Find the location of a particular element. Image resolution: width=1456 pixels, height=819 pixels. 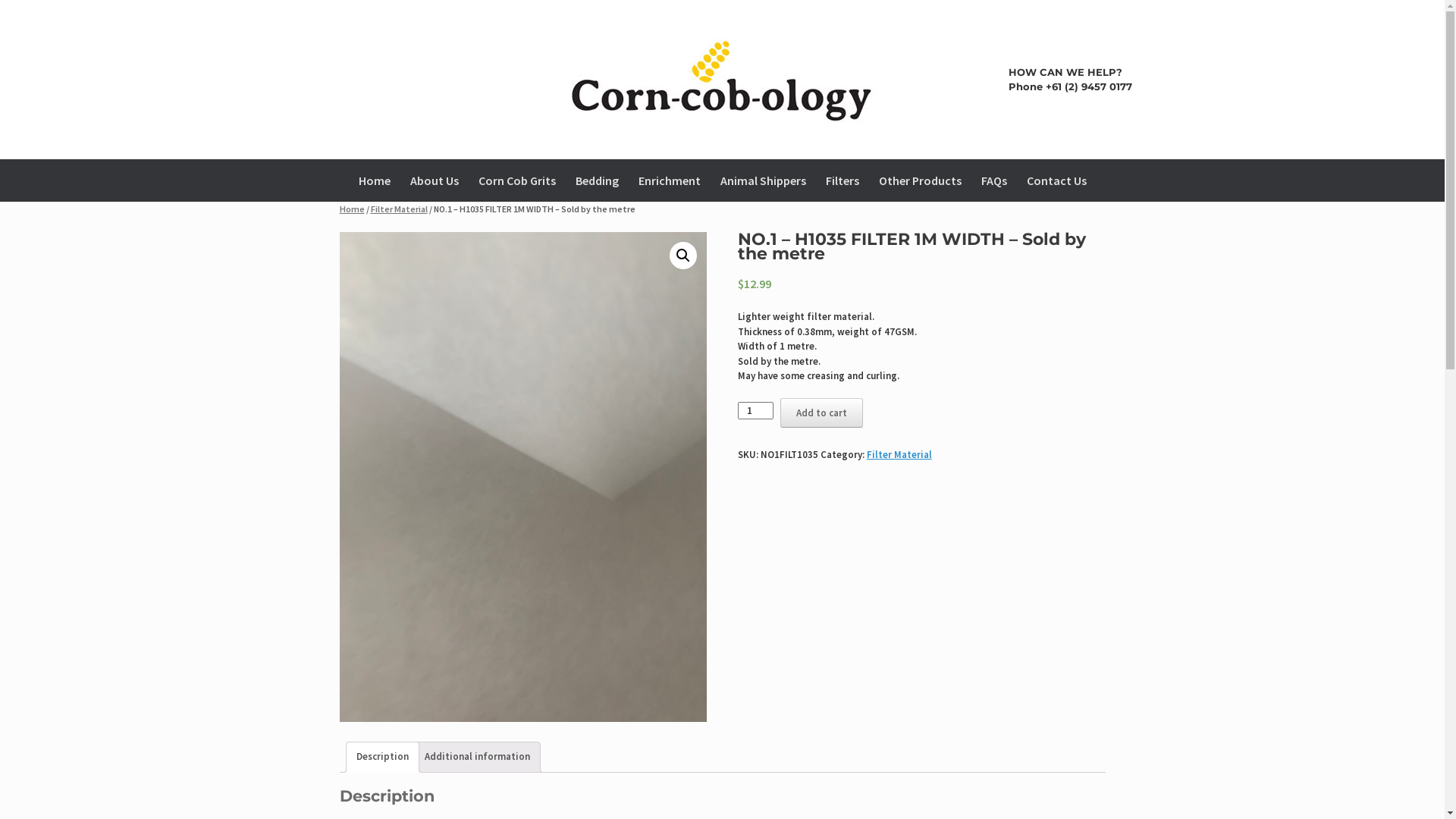

'Filters' is located at coordinates (841, 180).